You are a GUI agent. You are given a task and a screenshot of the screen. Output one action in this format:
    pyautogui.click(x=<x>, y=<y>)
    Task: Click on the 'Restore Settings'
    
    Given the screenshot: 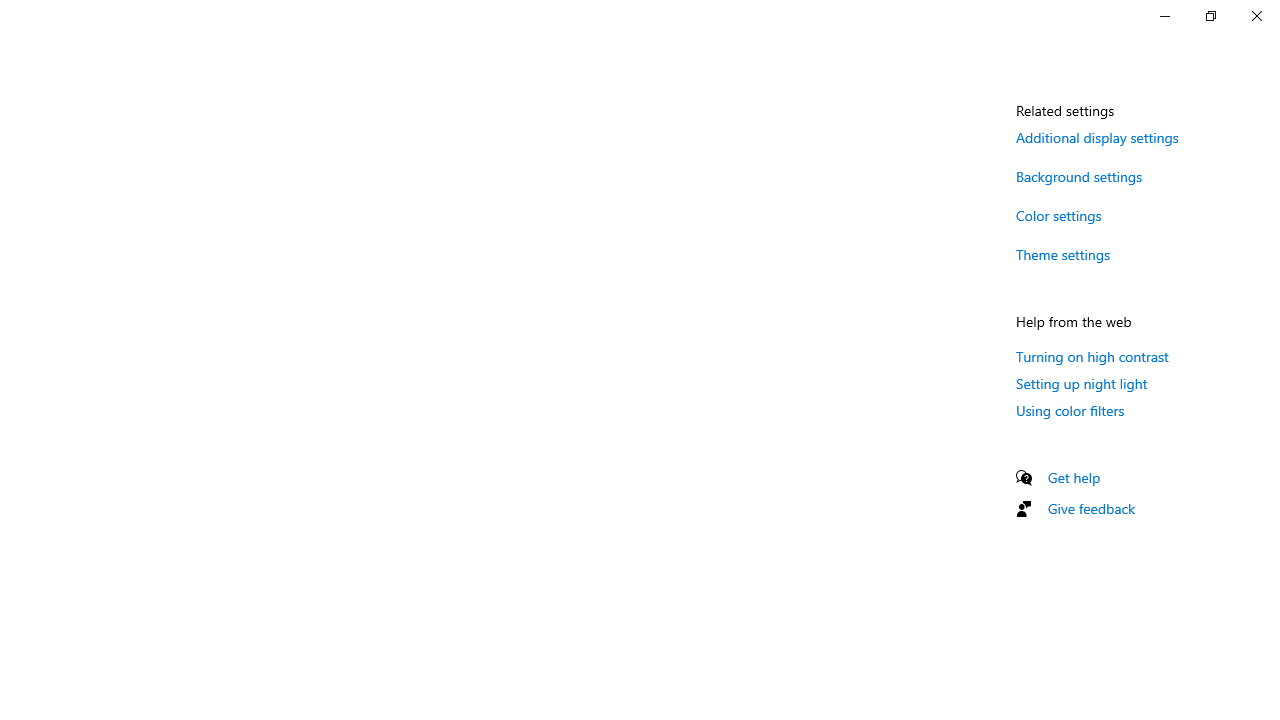 What is the action you would take?
    pyautogui.click(x=1209, y=15)
    